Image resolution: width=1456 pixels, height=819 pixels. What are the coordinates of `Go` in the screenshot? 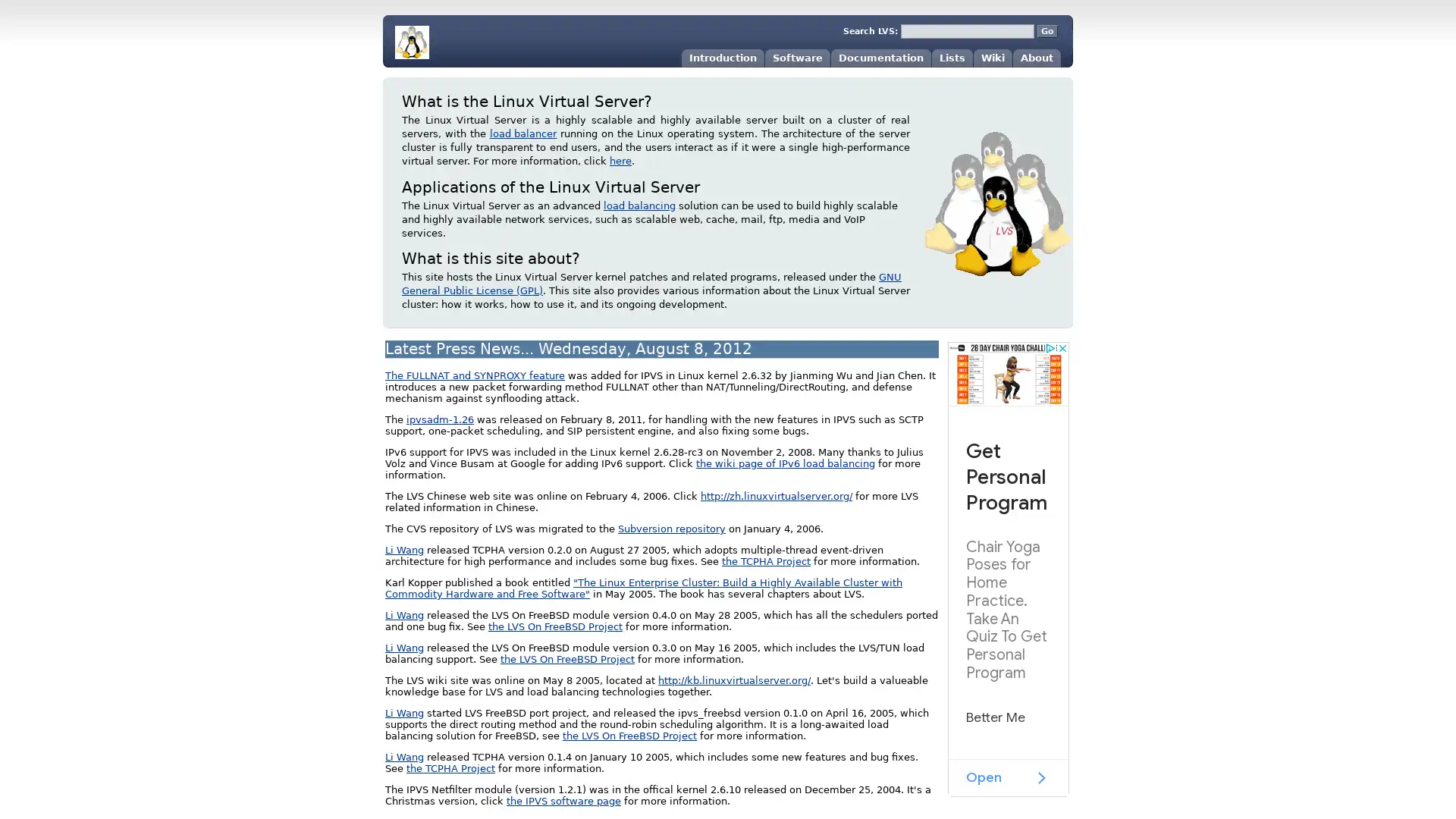 It's located at (1046, 31).